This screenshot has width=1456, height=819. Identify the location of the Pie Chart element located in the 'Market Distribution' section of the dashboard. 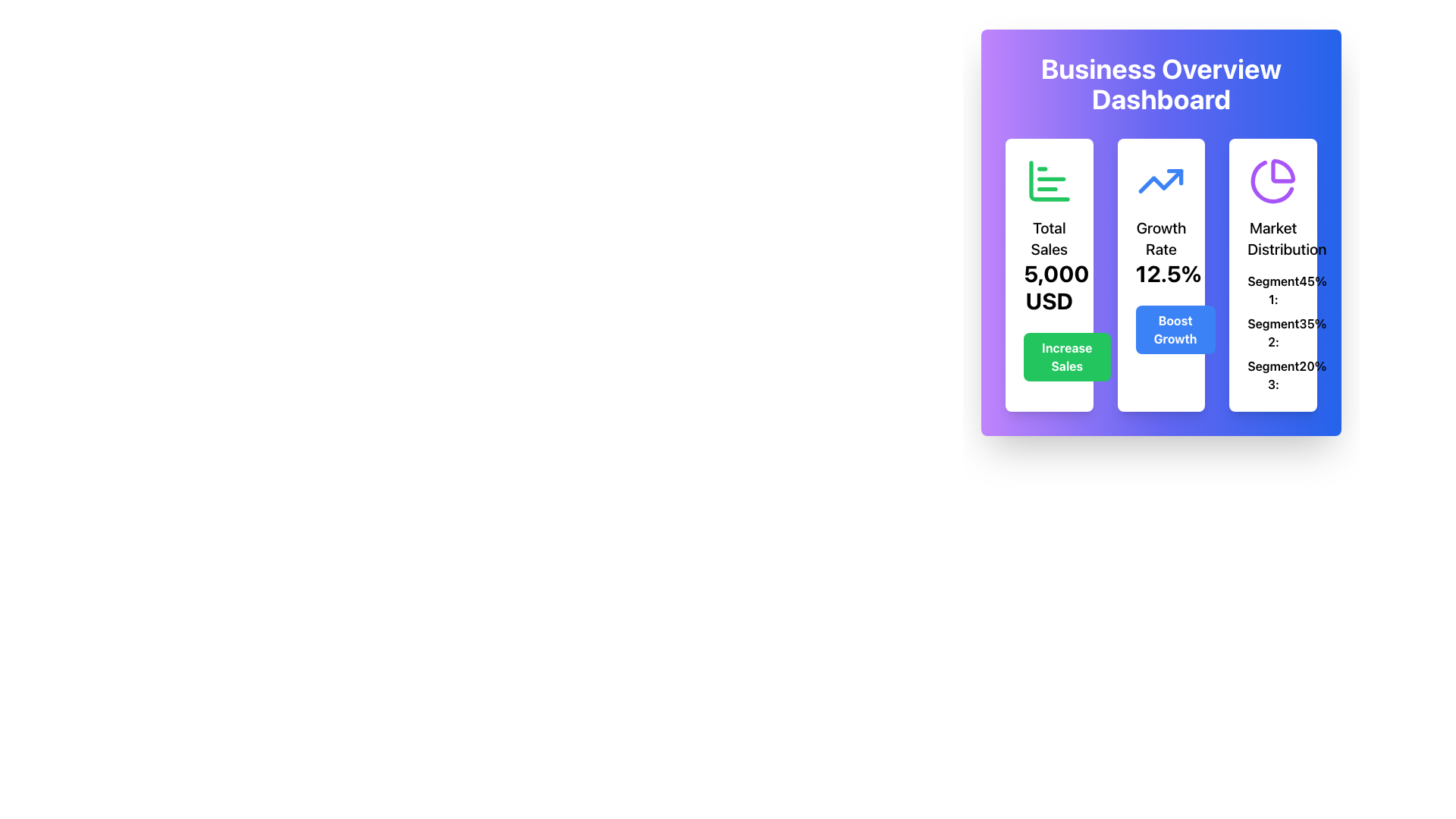
(1272, 181).